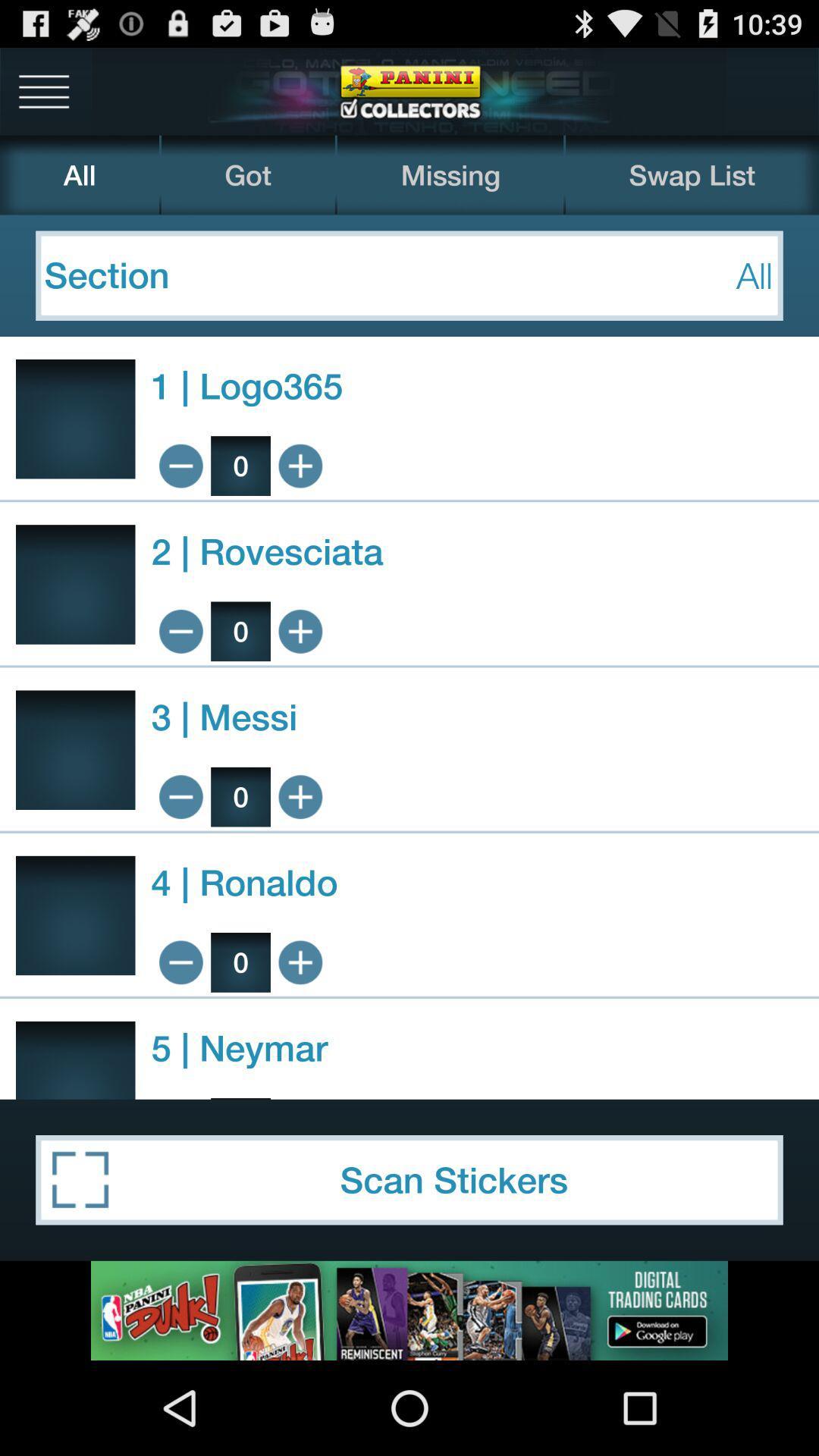 This screenshot has height=1456, width=819. What do you see at coordinates (300, 631) in the screenshot?
I see `sticker` at bounding box center [300, 631].